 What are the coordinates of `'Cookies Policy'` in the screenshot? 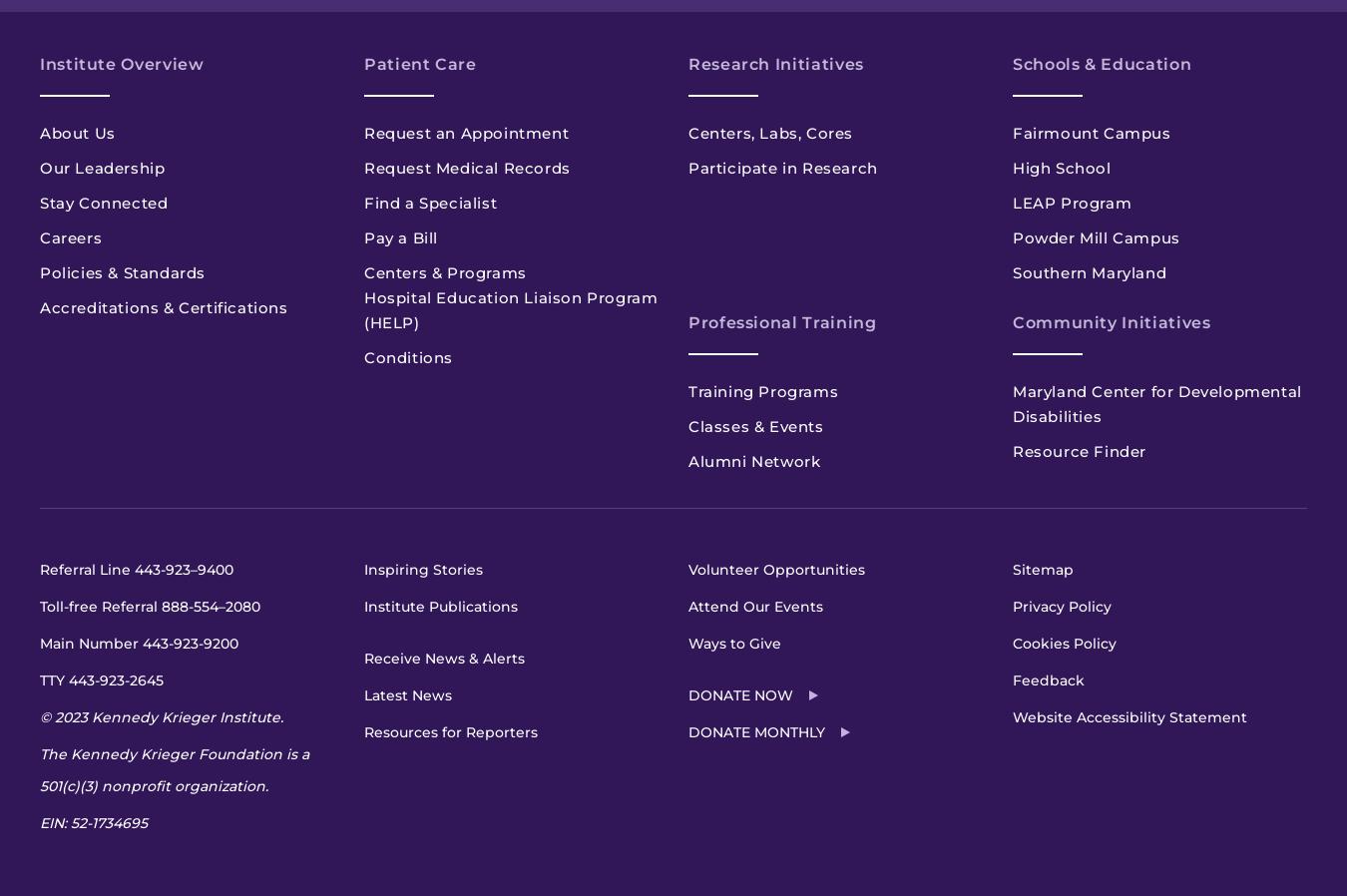 It's located at (1065, 643).